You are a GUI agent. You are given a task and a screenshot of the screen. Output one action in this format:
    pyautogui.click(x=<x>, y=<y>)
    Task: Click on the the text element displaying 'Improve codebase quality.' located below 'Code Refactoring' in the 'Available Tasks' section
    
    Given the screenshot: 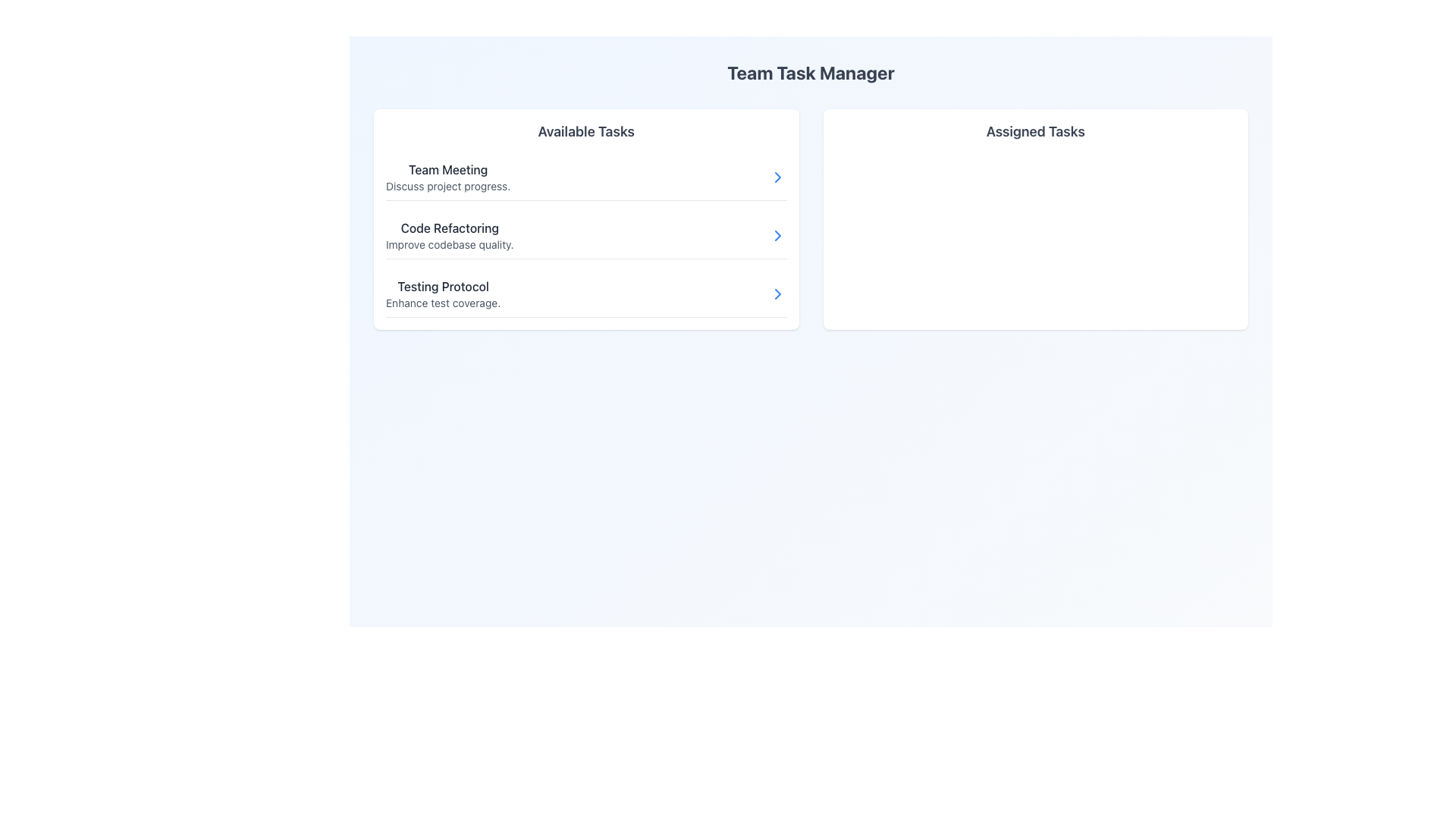 What is the action you would take?
    pyautogui.click(x=449, y=244)
    